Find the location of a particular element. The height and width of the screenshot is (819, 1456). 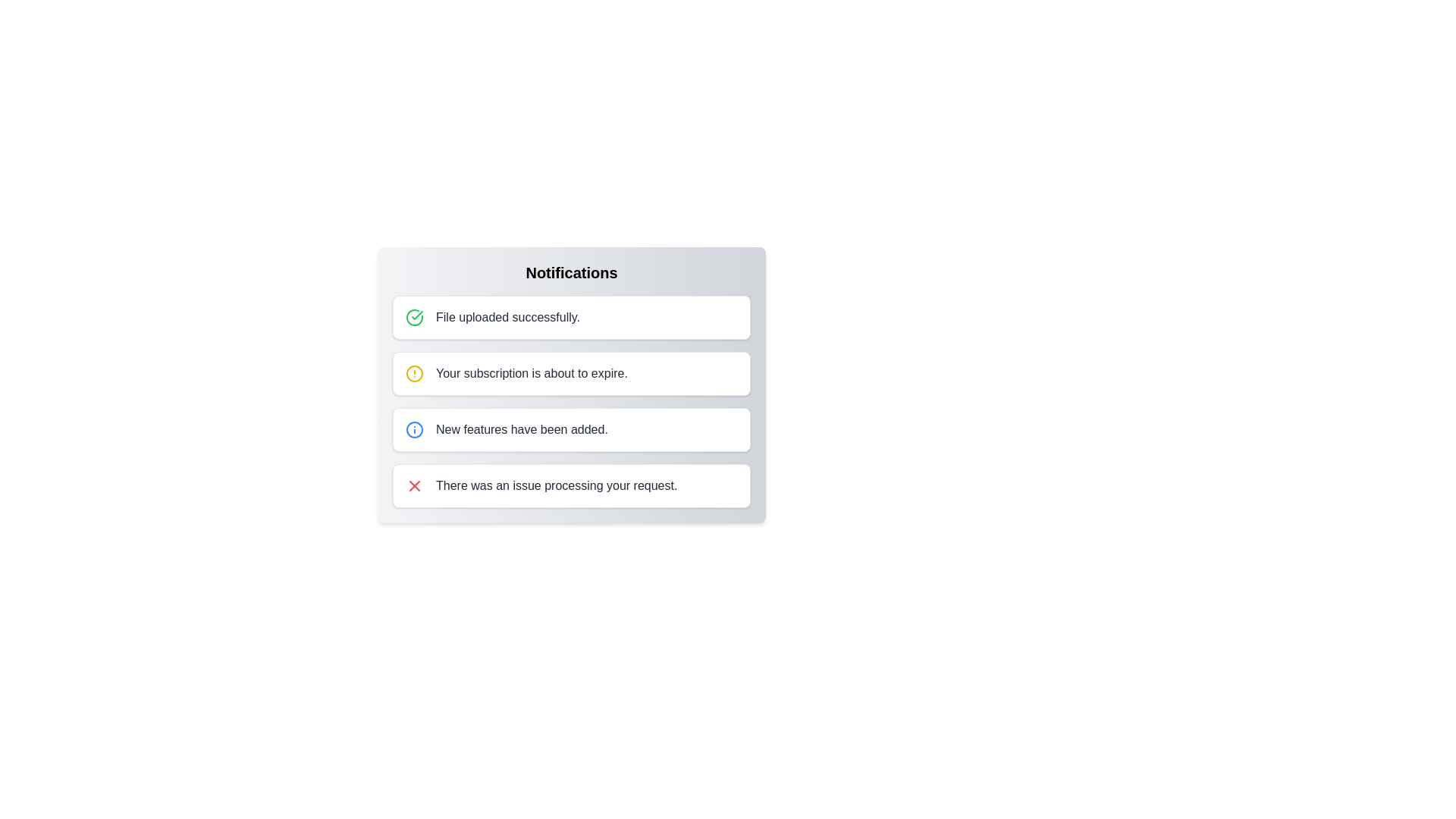

the Notification Card, which is the last notification in a vertical list of four notifications, displaying an error message without interactive functionality is located at coordinates (570, 485).